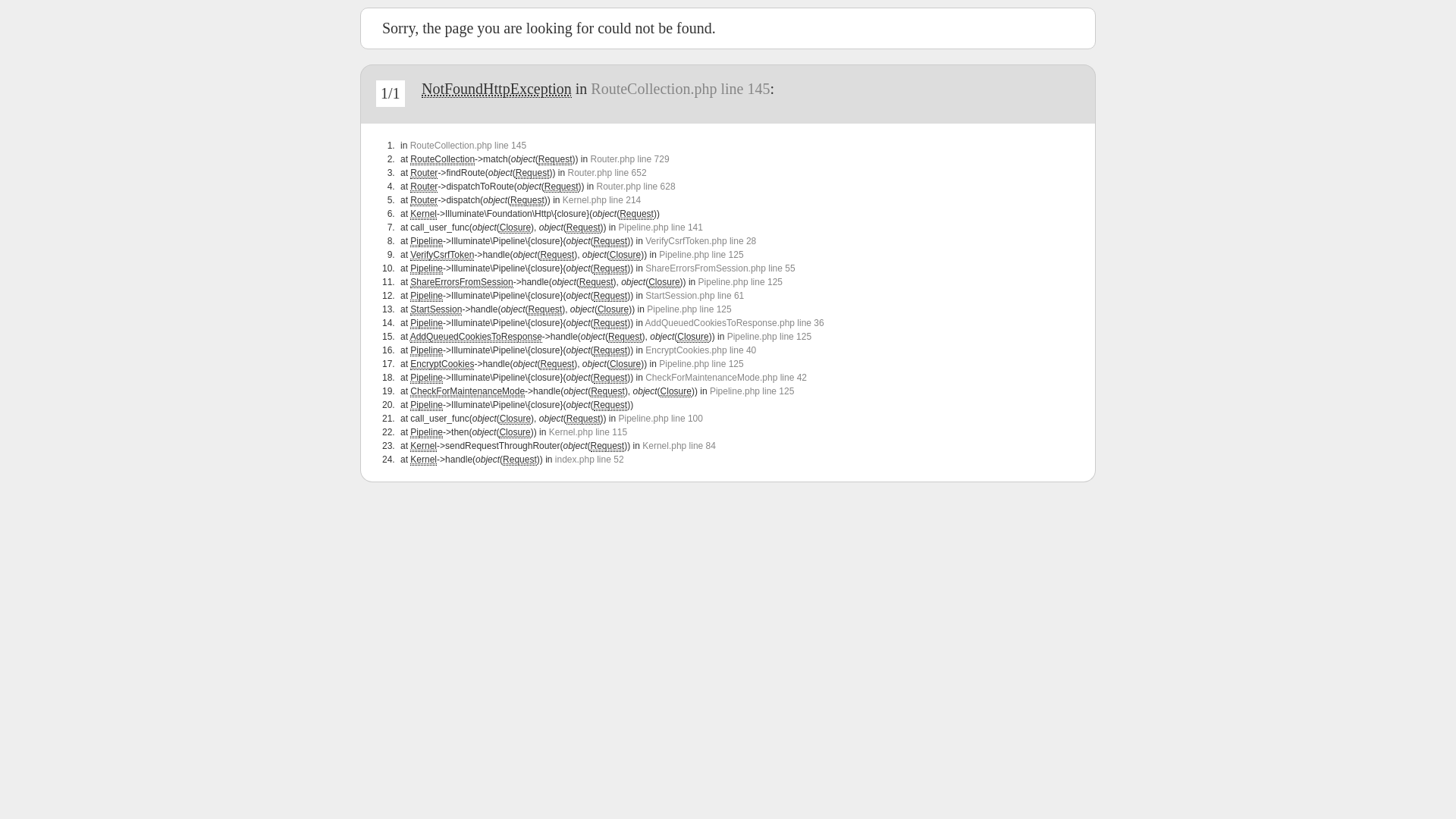 This screenshot has height=819, width=1456. Describe the element at coordinates (601, 199) in the screenshot. I see `'Kernel.php line 214'` at that location.